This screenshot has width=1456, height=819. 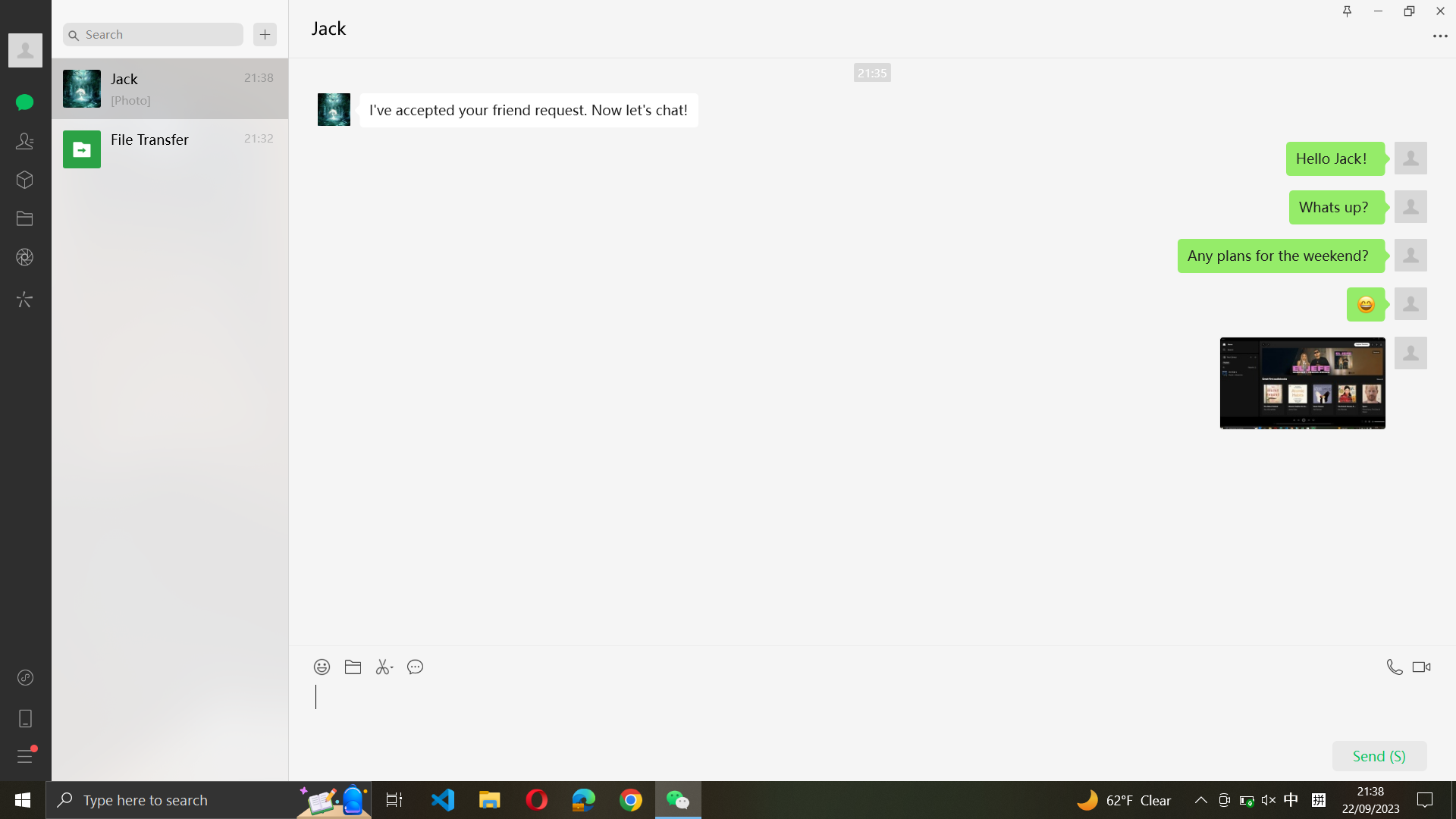 I want to click on Start a video chat with Jack, so click(x=1424, y=663).